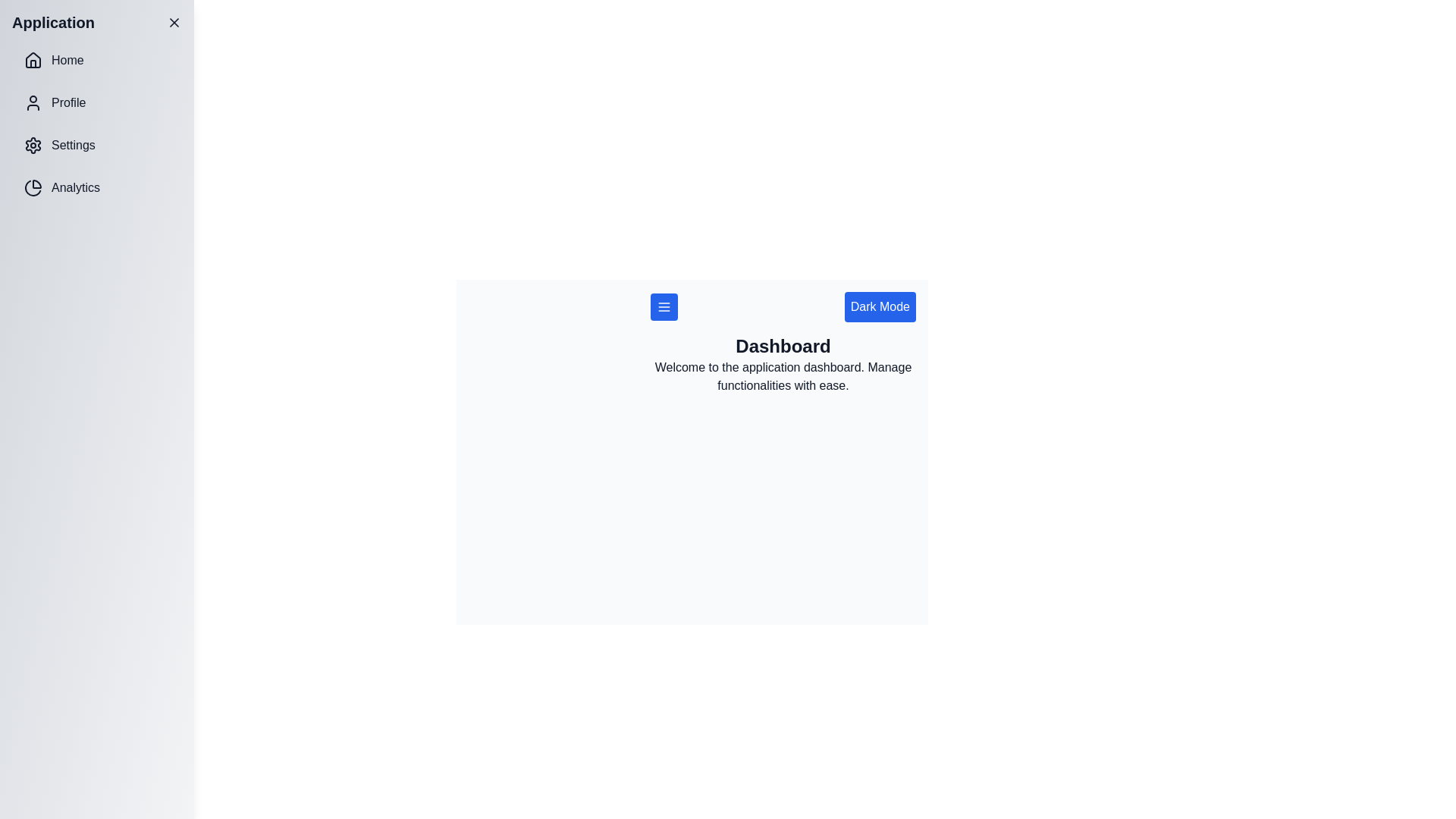 Image resolution: width=1456 pixels, height=819 pixels. I want to click on the navigation label for analytics in the vertical menu bar, so click(75, 187).